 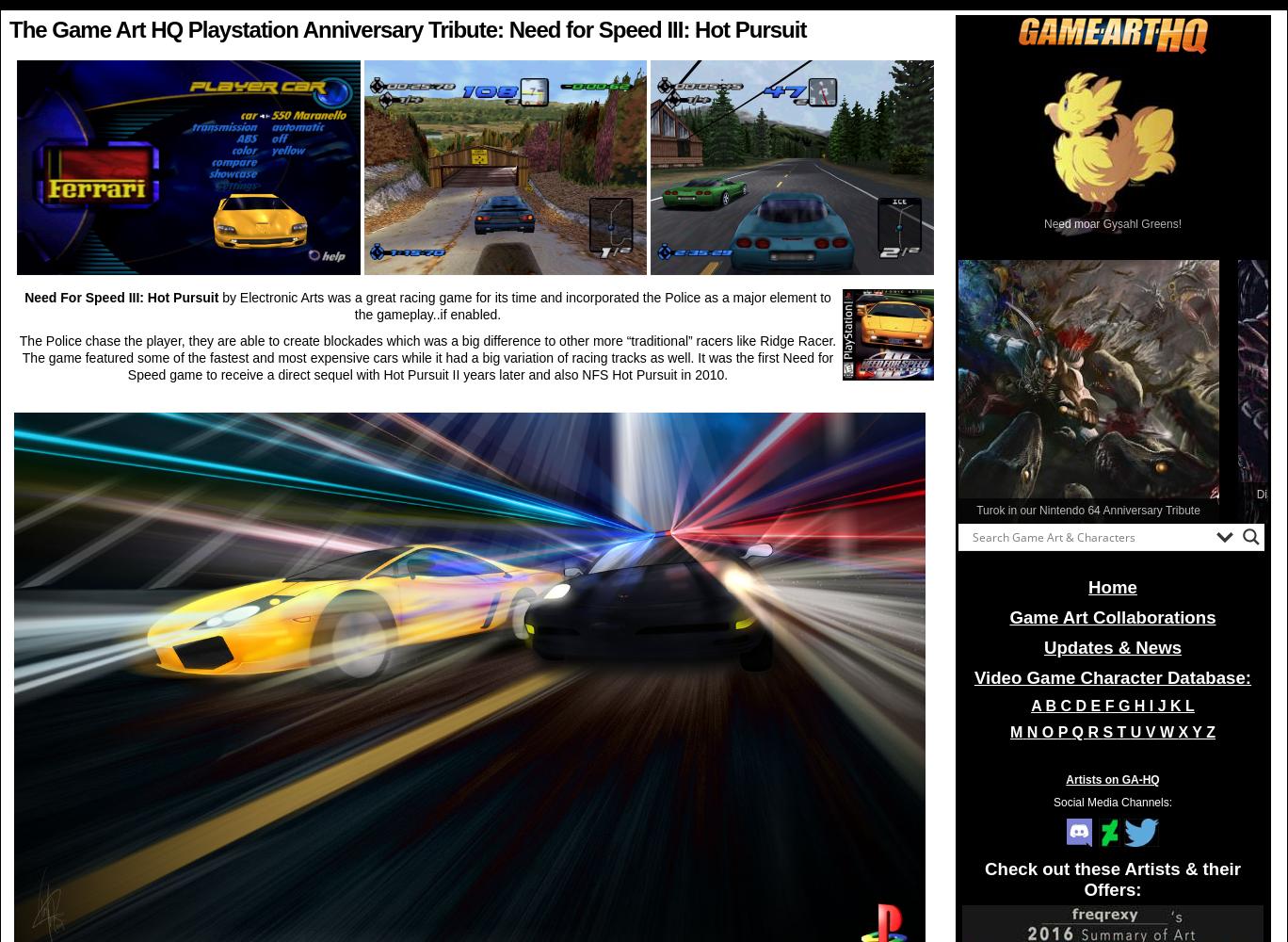 I want to click on 'F', so click(x=1111, y=705).